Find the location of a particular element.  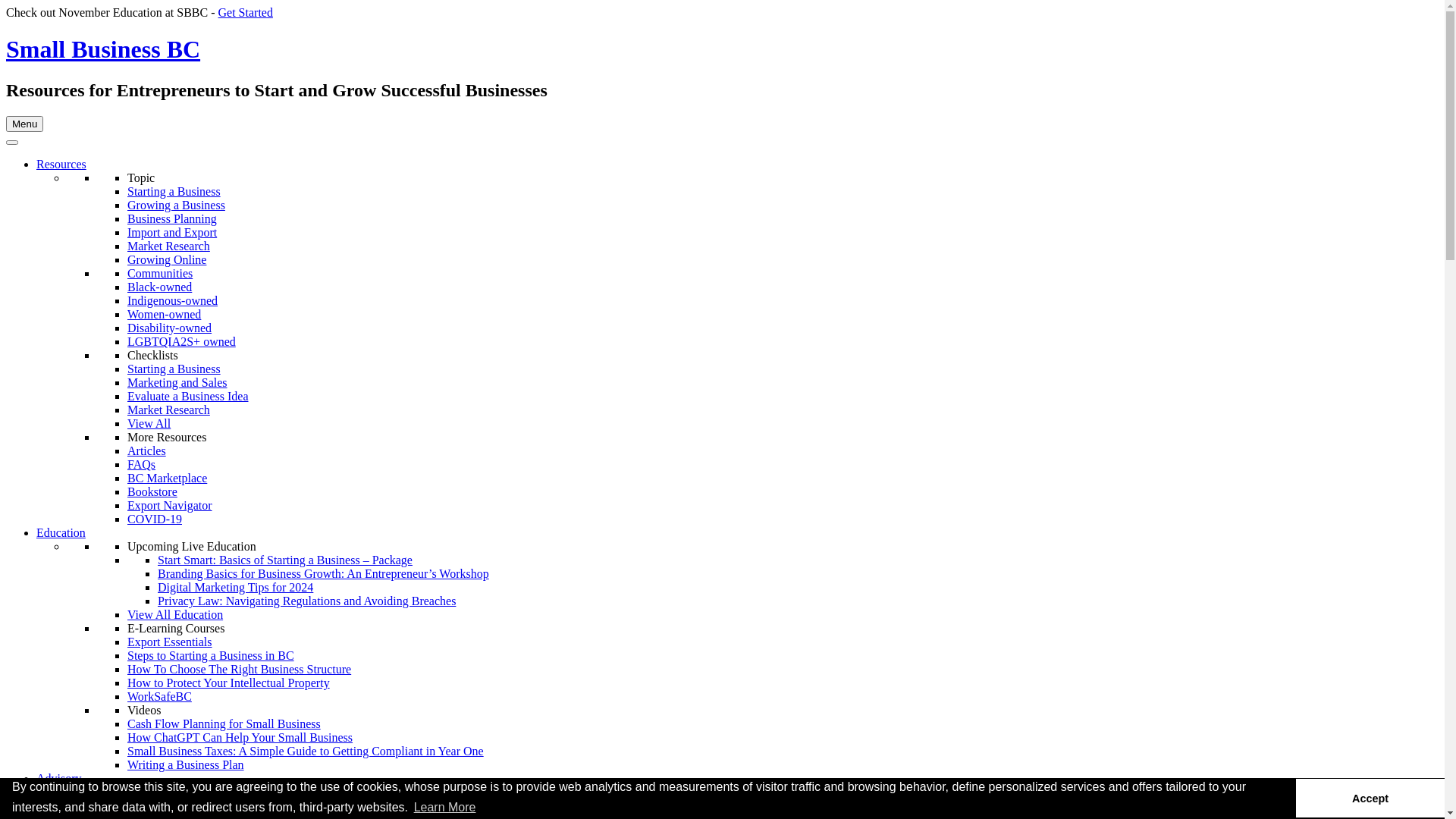

'LGBTQIA2S+ owned' is located at coordinates (181, 341).